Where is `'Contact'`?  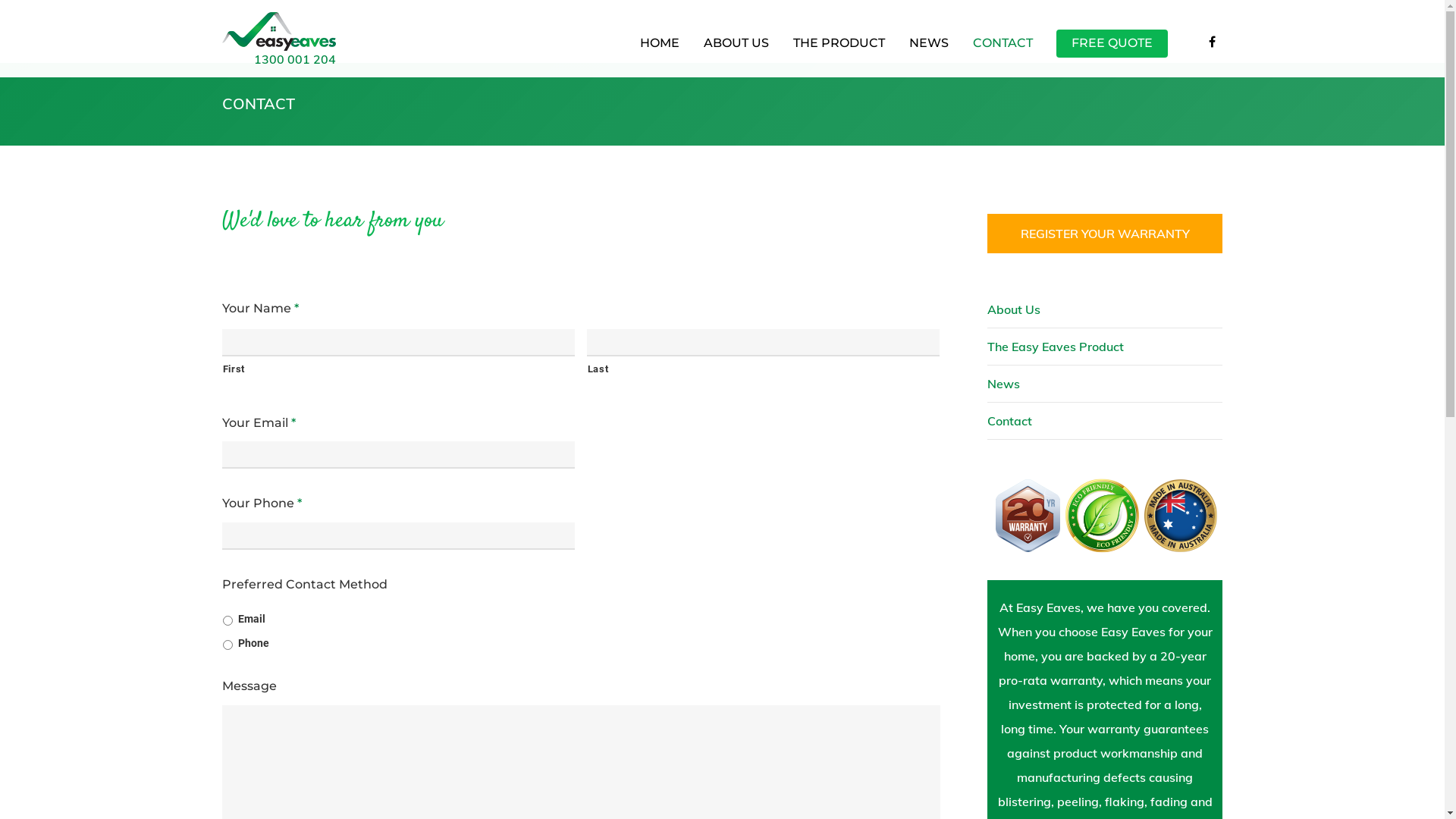
'Contact' is located at coordinates (987, 421).